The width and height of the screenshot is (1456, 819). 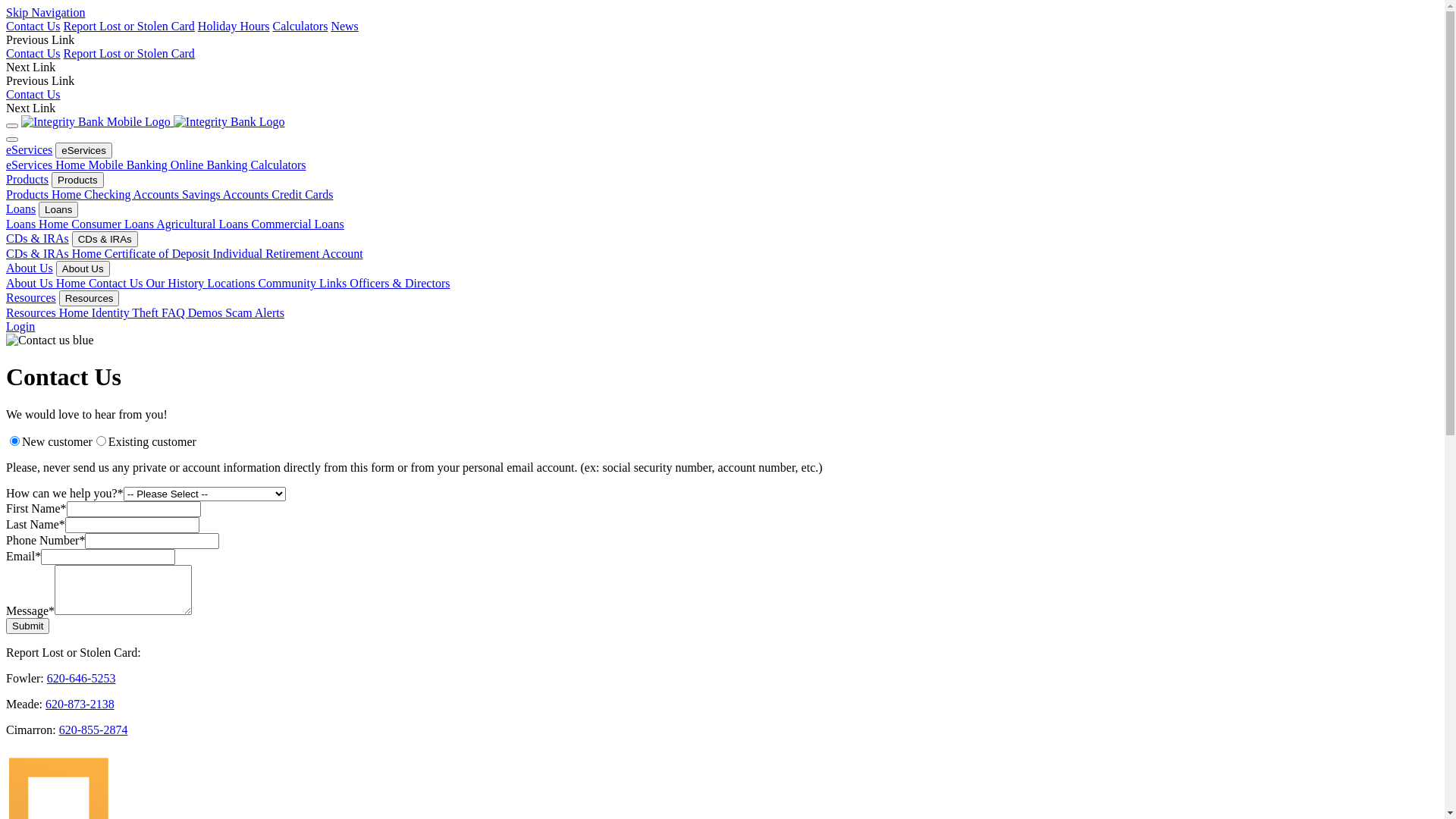 I want to click on 'Calculators', so click(x=251, y=165).